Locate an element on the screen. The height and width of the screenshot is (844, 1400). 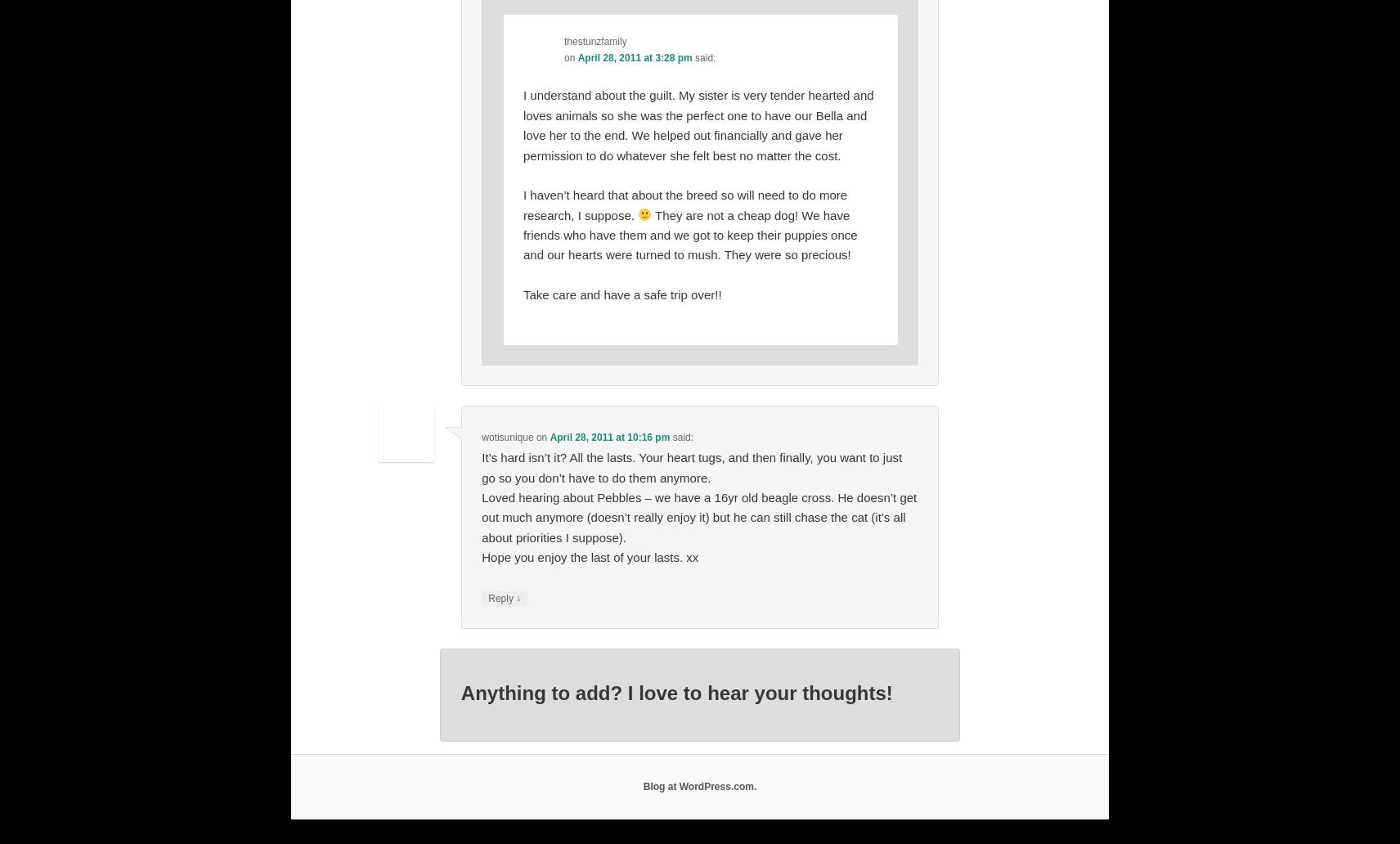
'Hope you enjoy the last of your lasts. xx' is located at coordinates (590, 556).